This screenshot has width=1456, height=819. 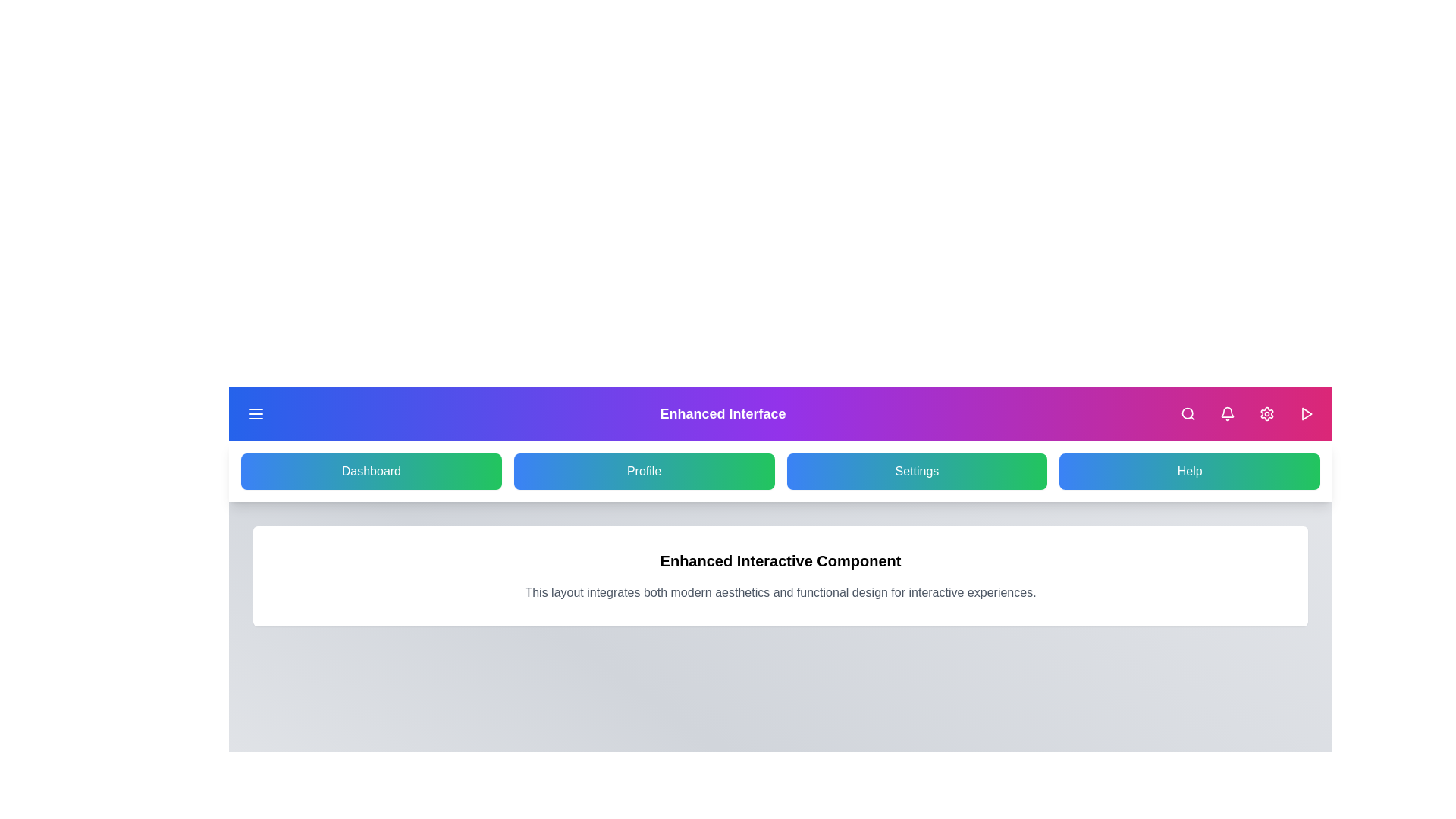 What do you see at coordinates (371, 470) in the screenshot?
I see `the 'Dashboard' navigation button` at bounding box center [371, 470].